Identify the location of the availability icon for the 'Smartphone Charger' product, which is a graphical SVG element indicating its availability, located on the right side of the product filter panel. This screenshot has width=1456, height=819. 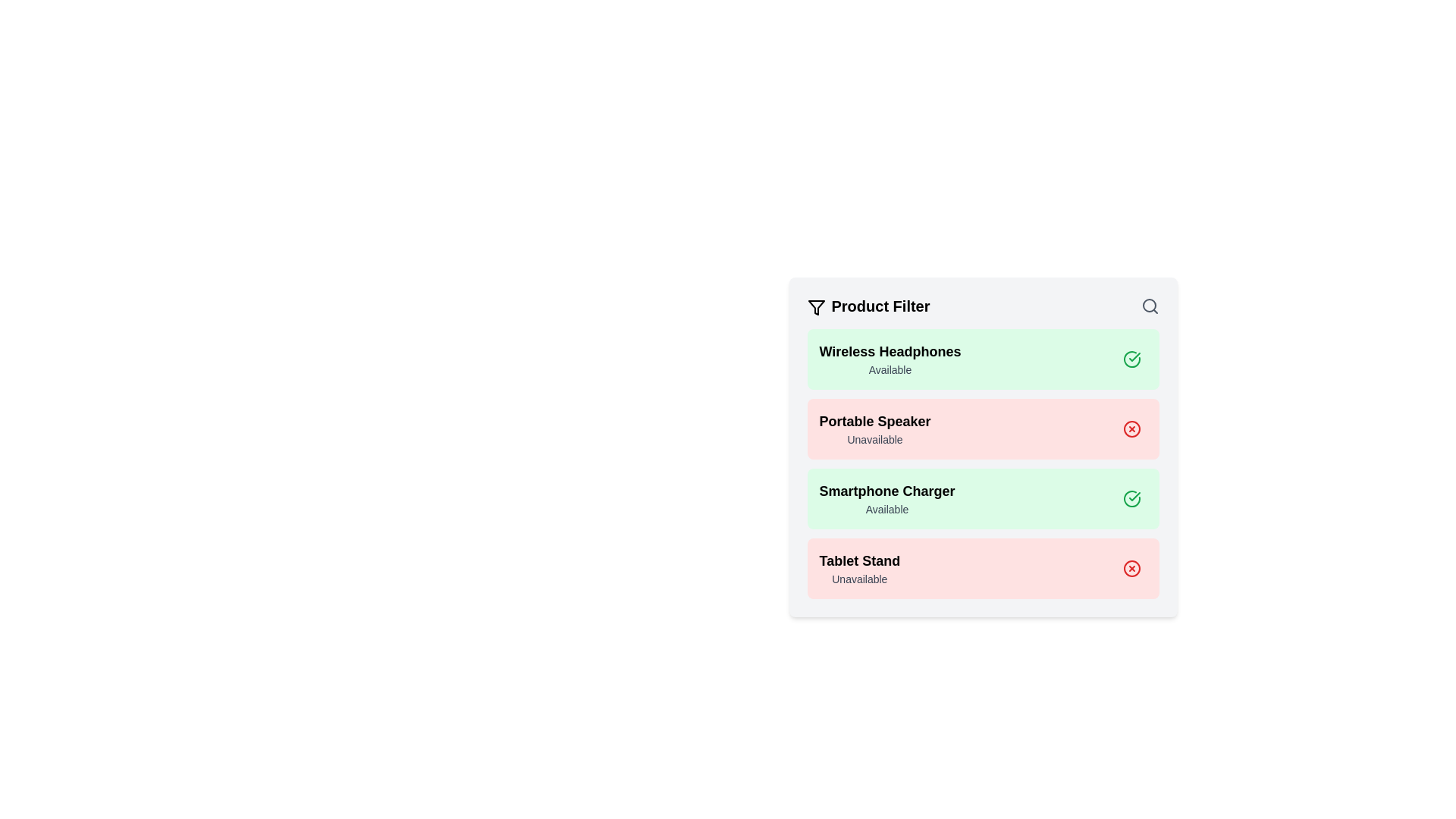
(1131, 499).